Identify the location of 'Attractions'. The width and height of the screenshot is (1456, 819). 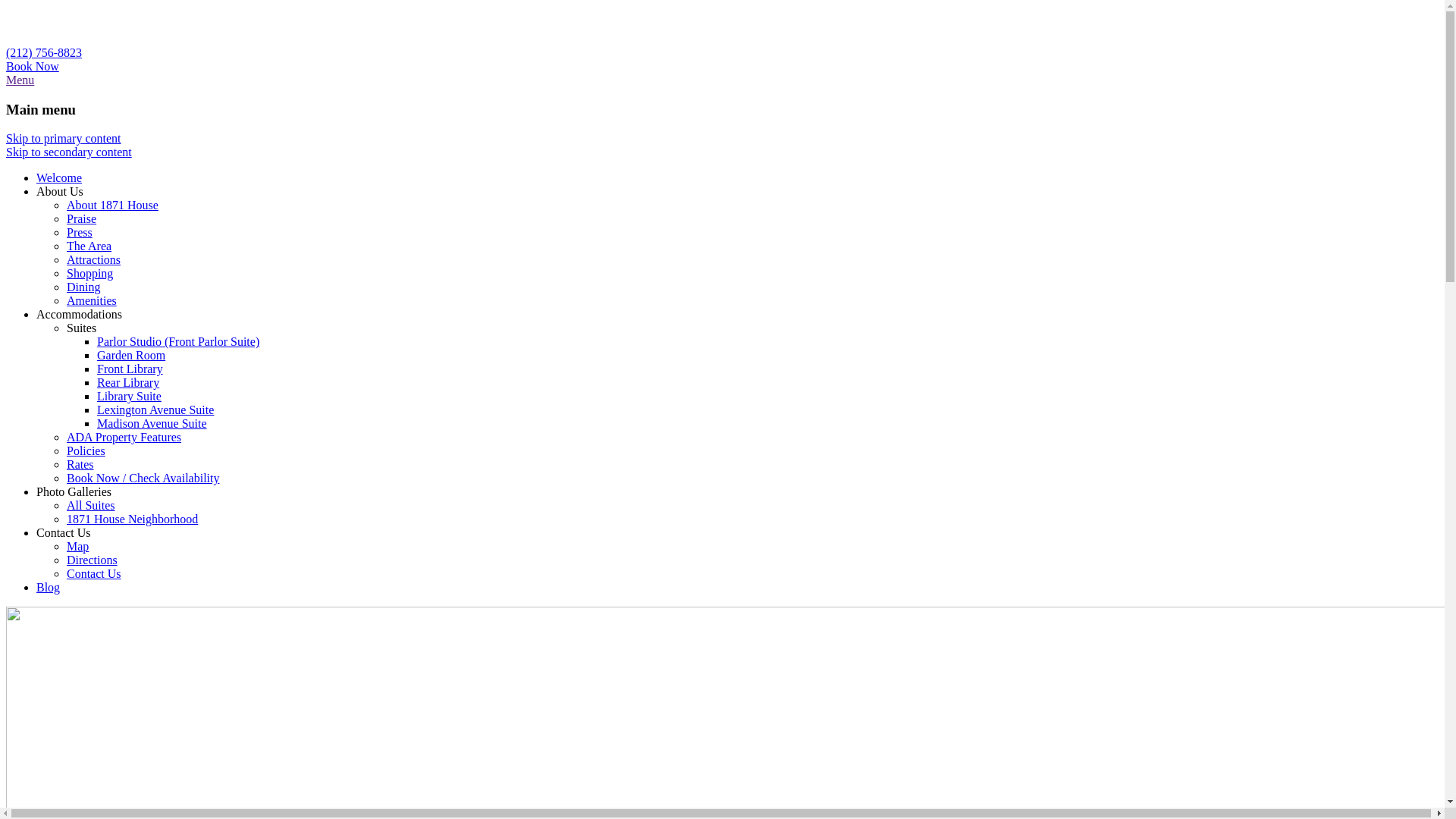
(93, 259).